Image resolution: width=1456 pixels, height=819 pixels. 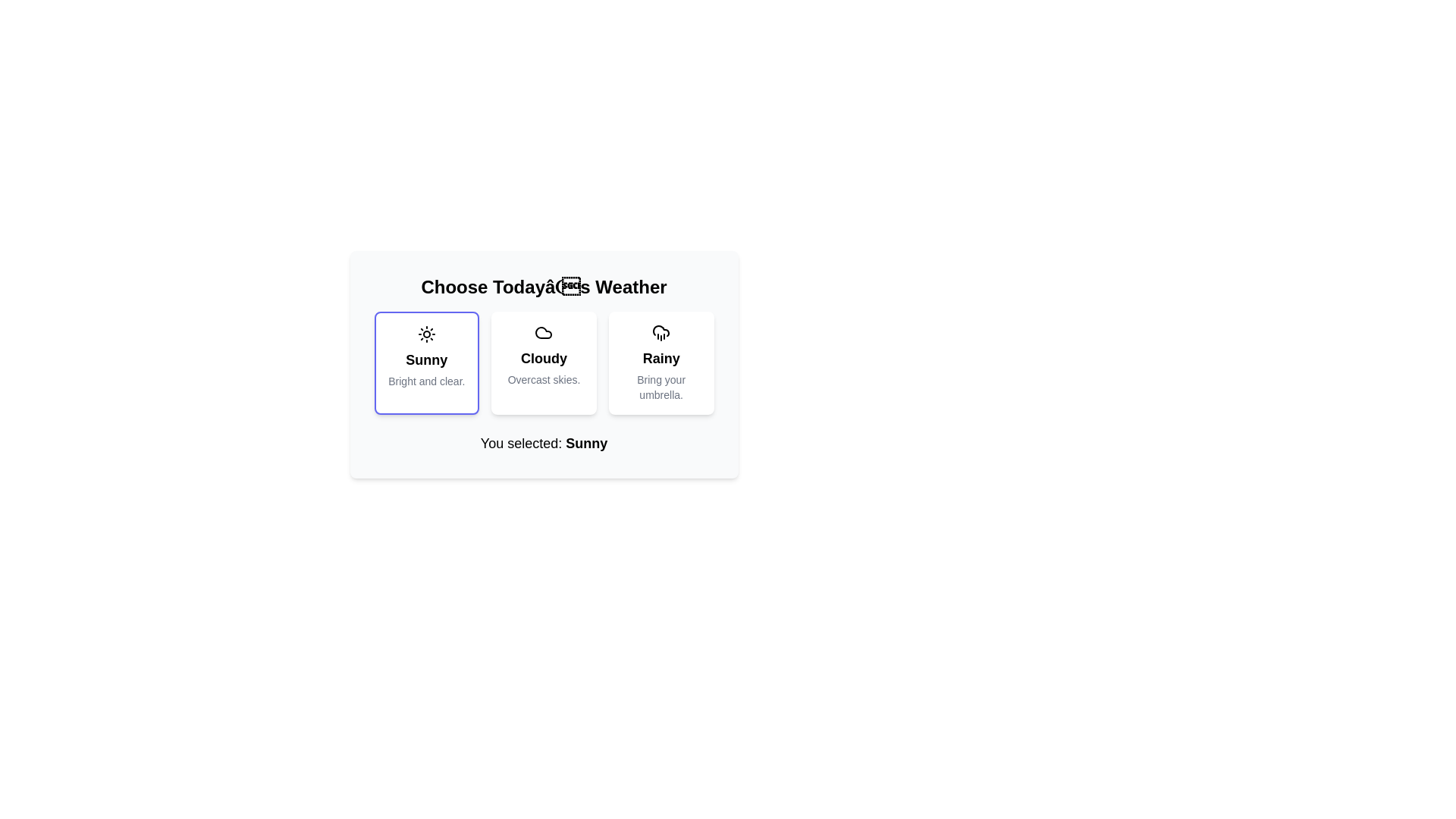 I want to click on the static text label identifying the 'Sunny' weather choice, which is centrally positioned in the first column of a three-column layout, below a sun icon and above the descriptive text 'Bright and clear.', so click(x=425, y=359).